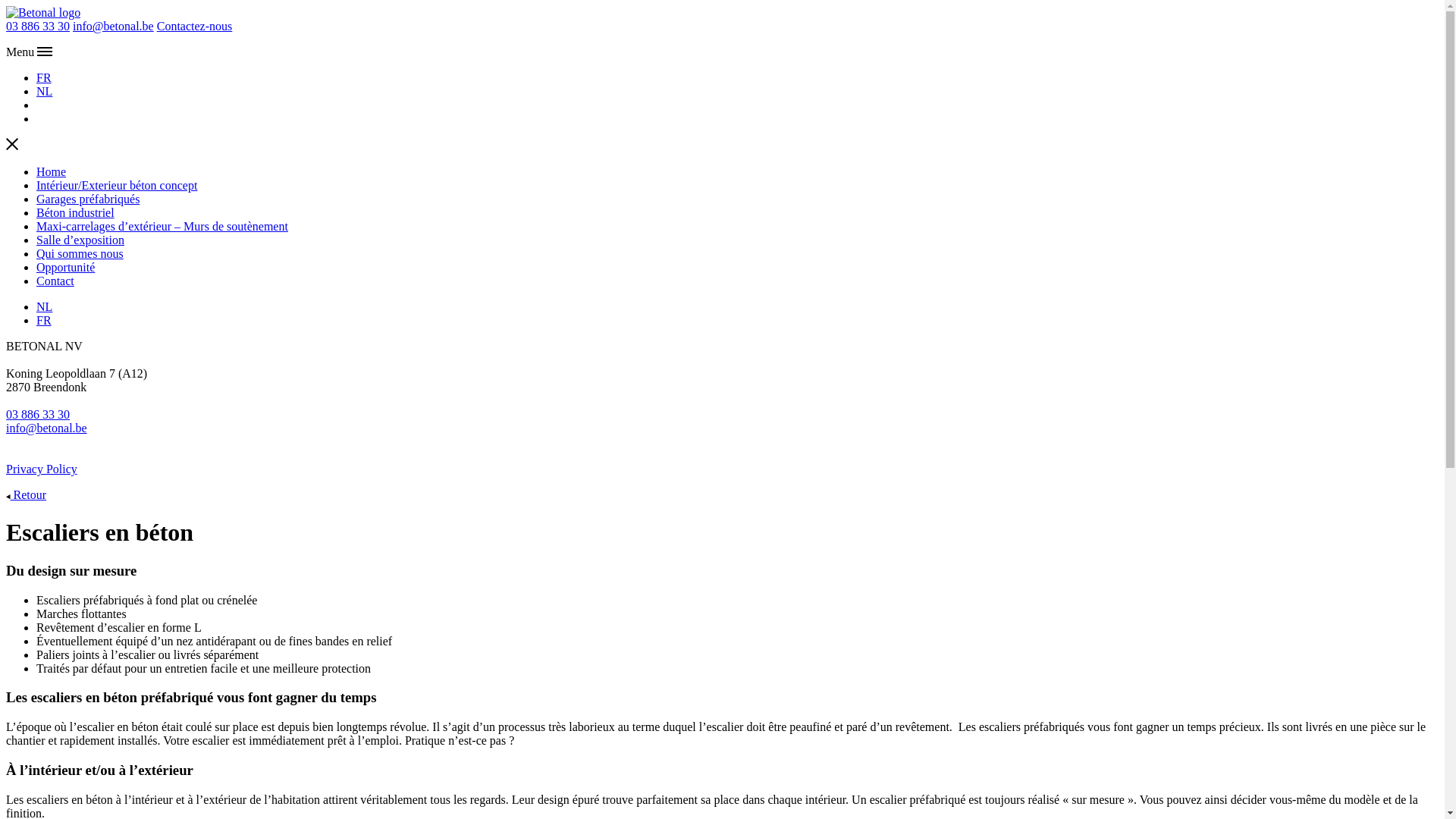 This screenshot has width=1456, height=819. What do you see at coordinates (41, 468) in the screenshot?
I see `'Privacy Policy'` at bounding box center [41, 468].